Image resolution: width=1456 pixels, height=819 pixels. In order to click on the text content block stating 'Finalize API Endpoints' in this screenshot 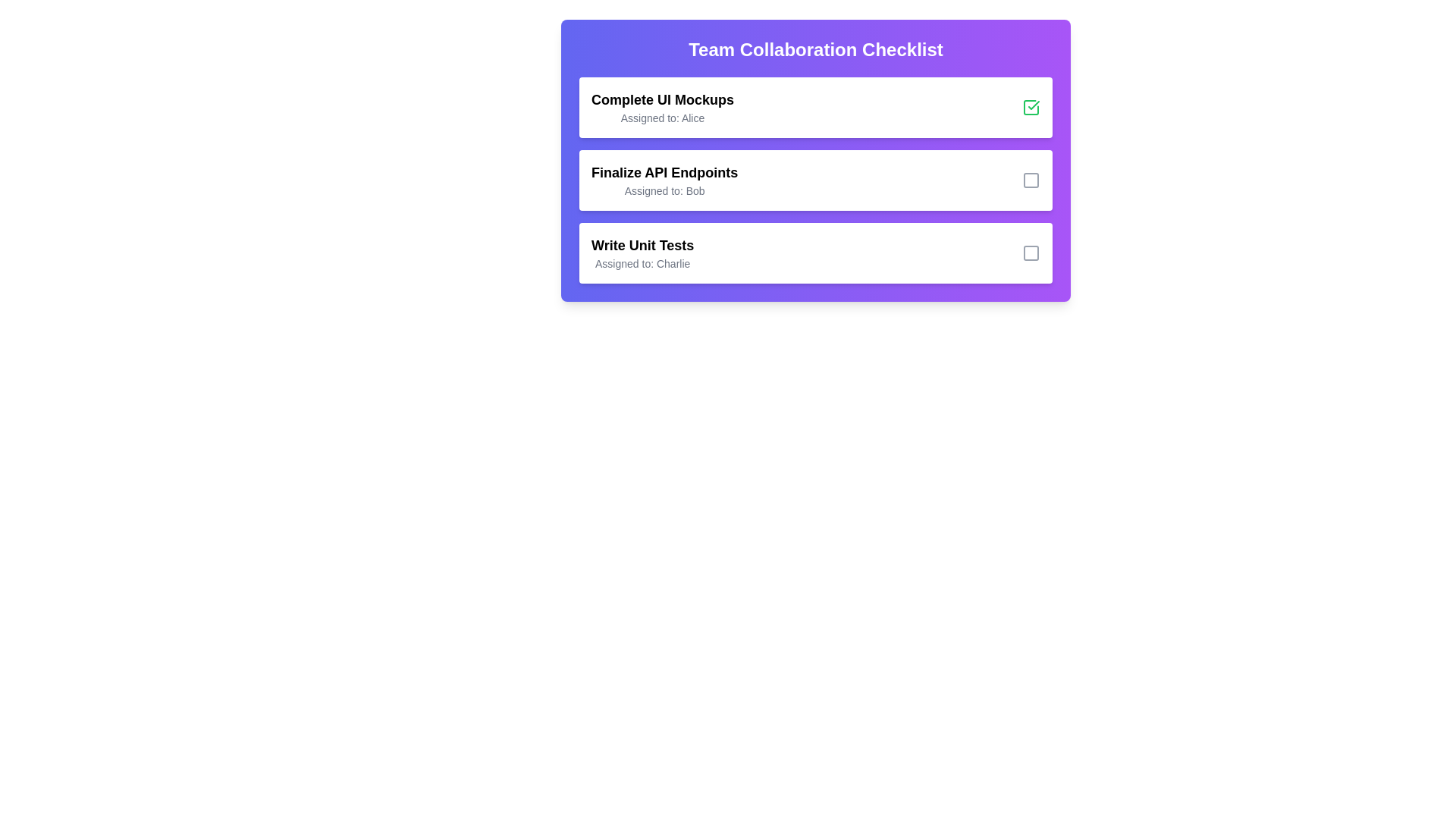, I will do `click(664, 180)`.